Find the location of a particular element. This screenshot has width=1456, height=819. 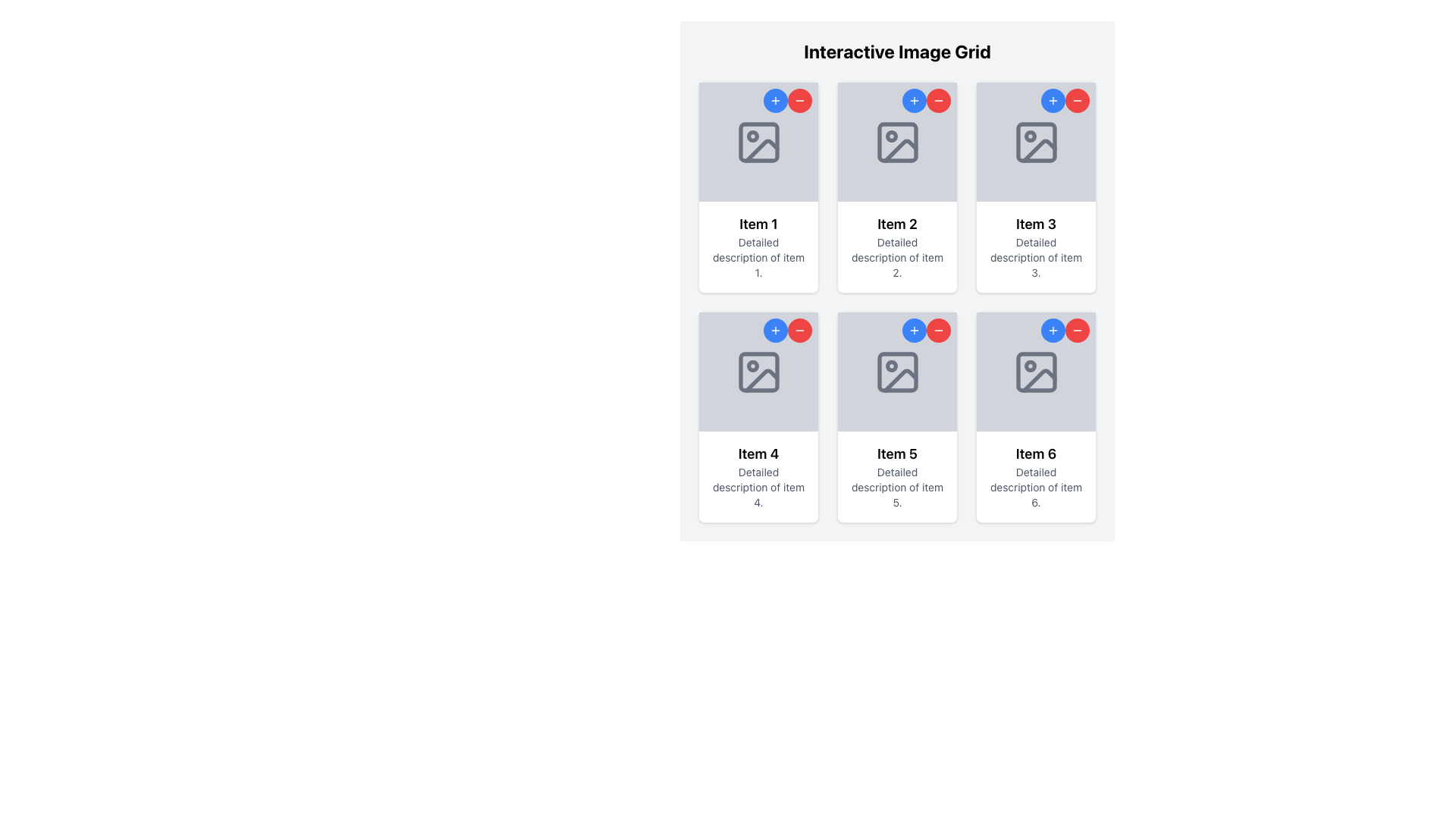

descriptive text element that provides additional information about 'Item 2', located below the title 'Item 2' is located at coordinates (897, 256).